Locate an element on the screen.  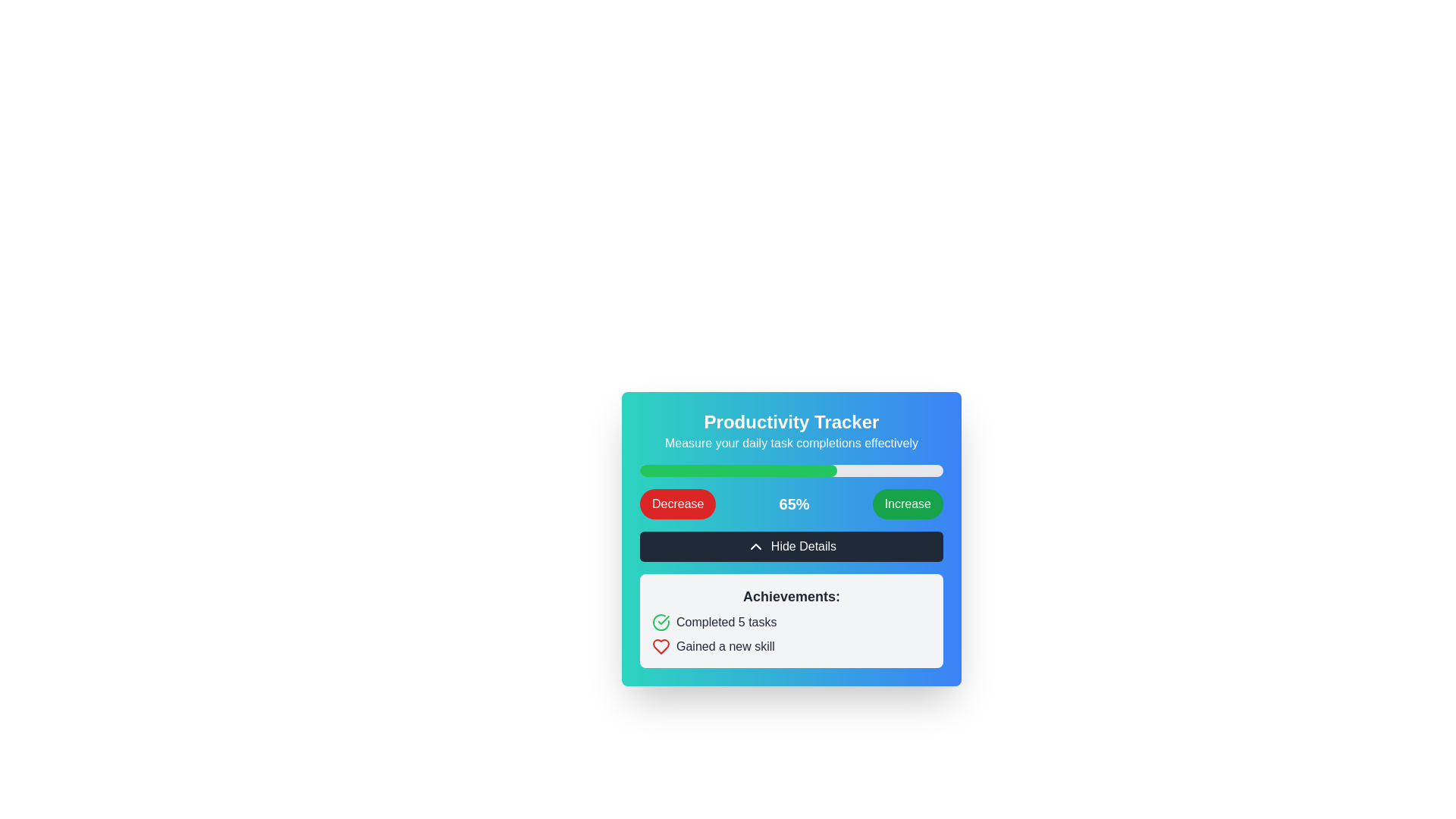
the achievement icon that signifies 'Gained a new skill' located in the Achievements section next to the corresponding text is located at coordinates (661, 646).